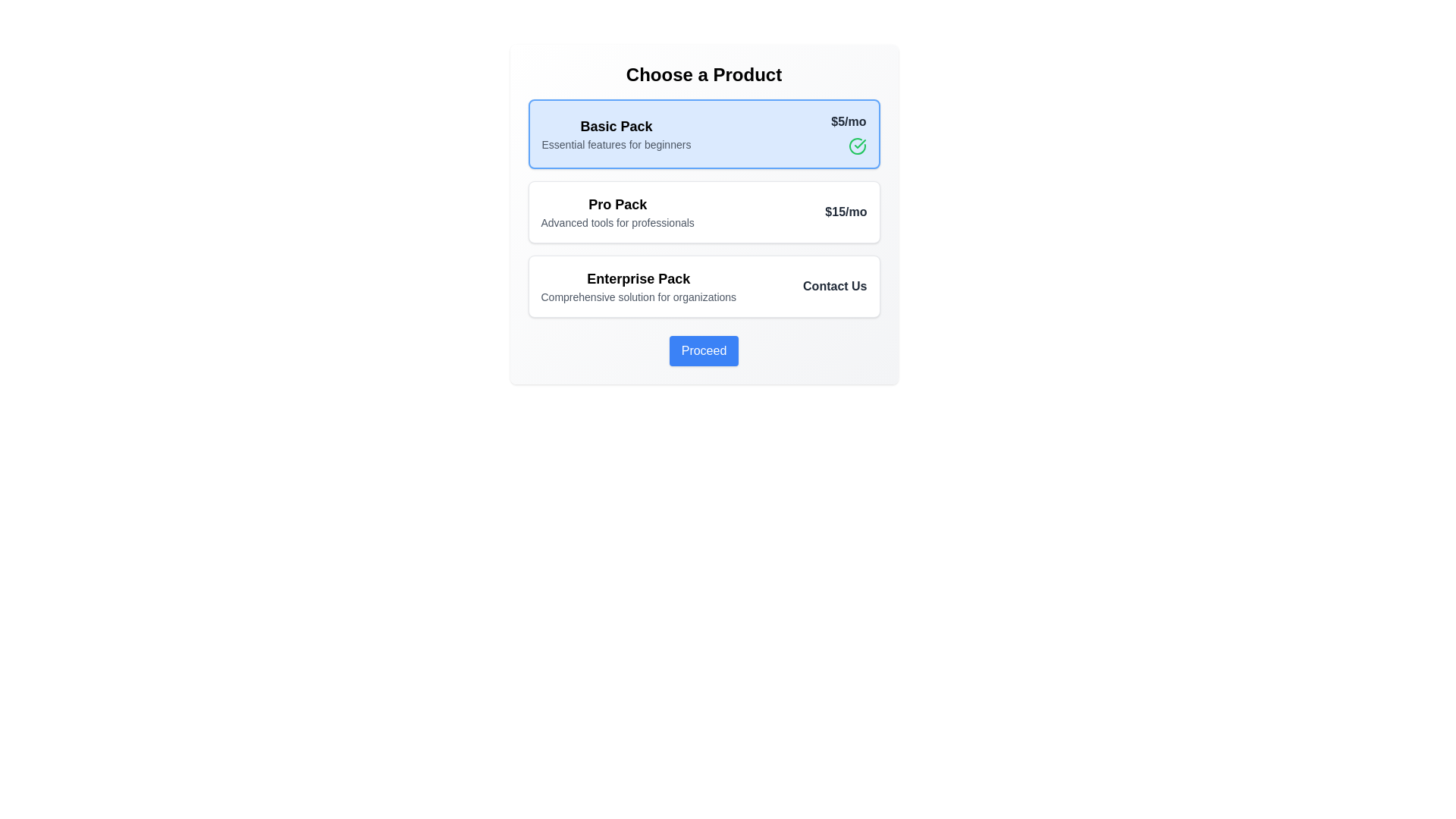 The height and width of the screenshot is (819, 1456). I want to click on the circular green outlined graphical component within the 'Basic Pack' card, located to the right of the '$5/mo' price label, so click(857, 146).